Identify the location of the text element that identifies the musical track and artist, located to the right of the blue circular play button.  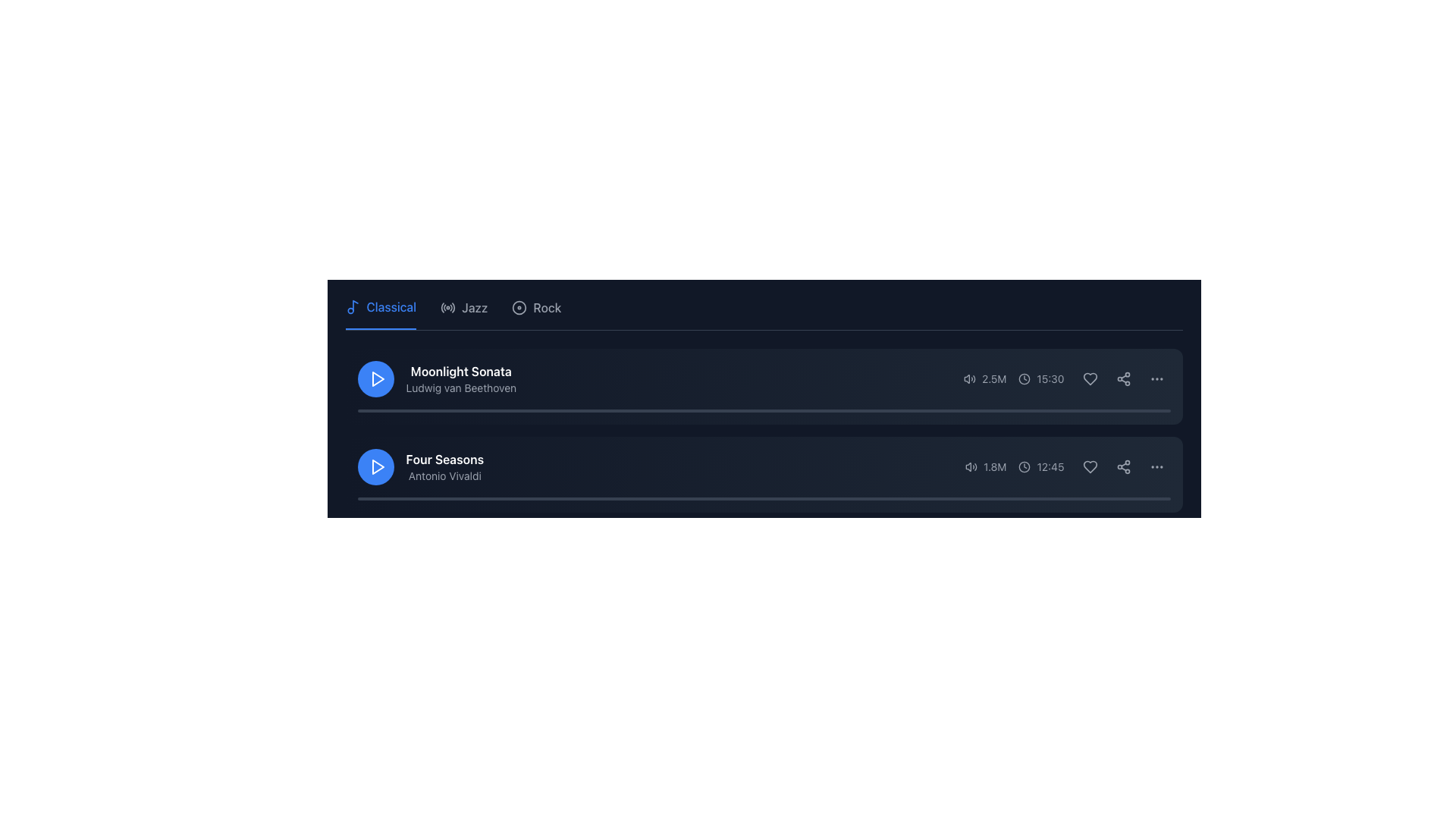
(460, 378).